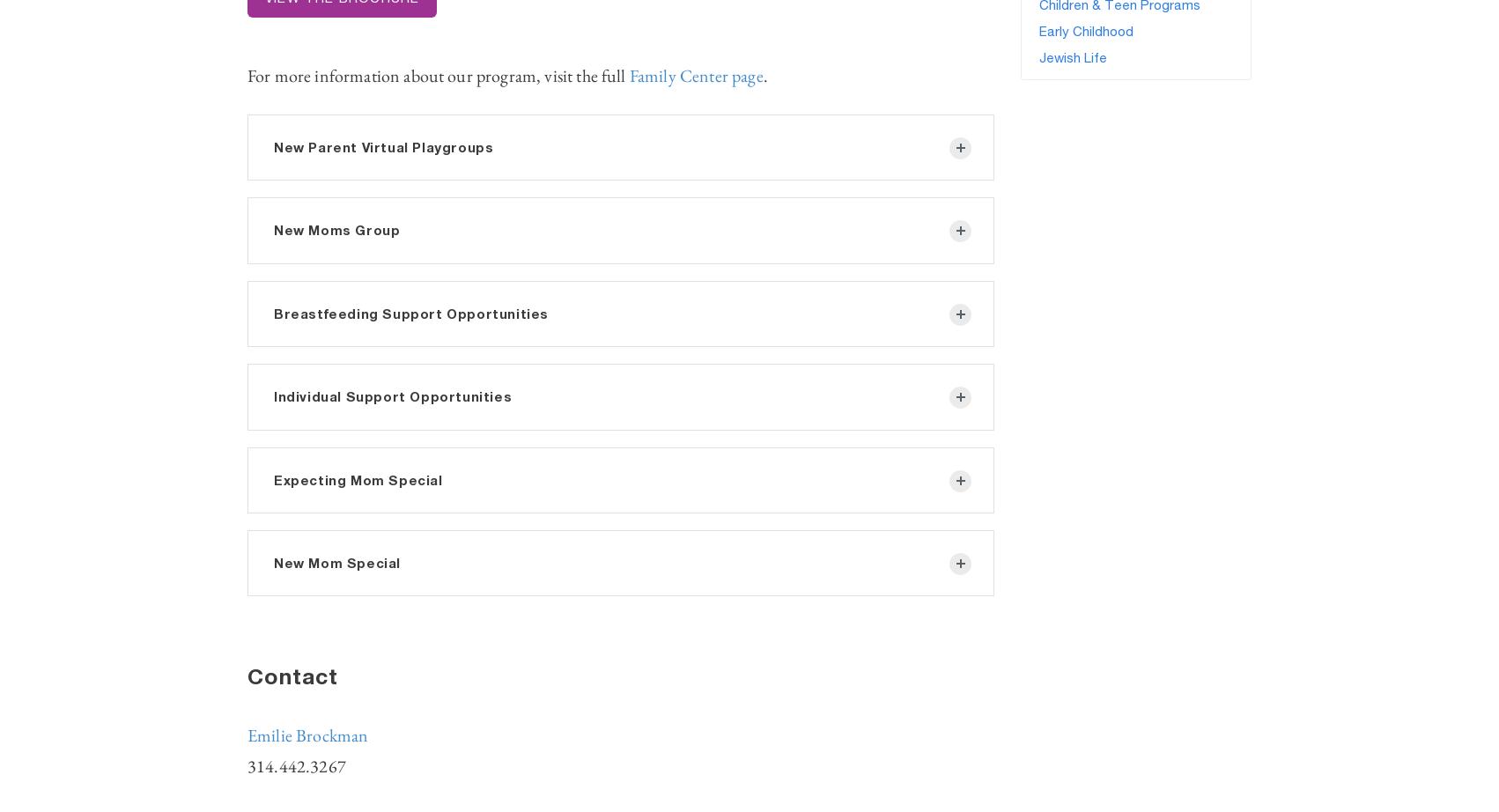  I want to click on '.', so click(764, 75).